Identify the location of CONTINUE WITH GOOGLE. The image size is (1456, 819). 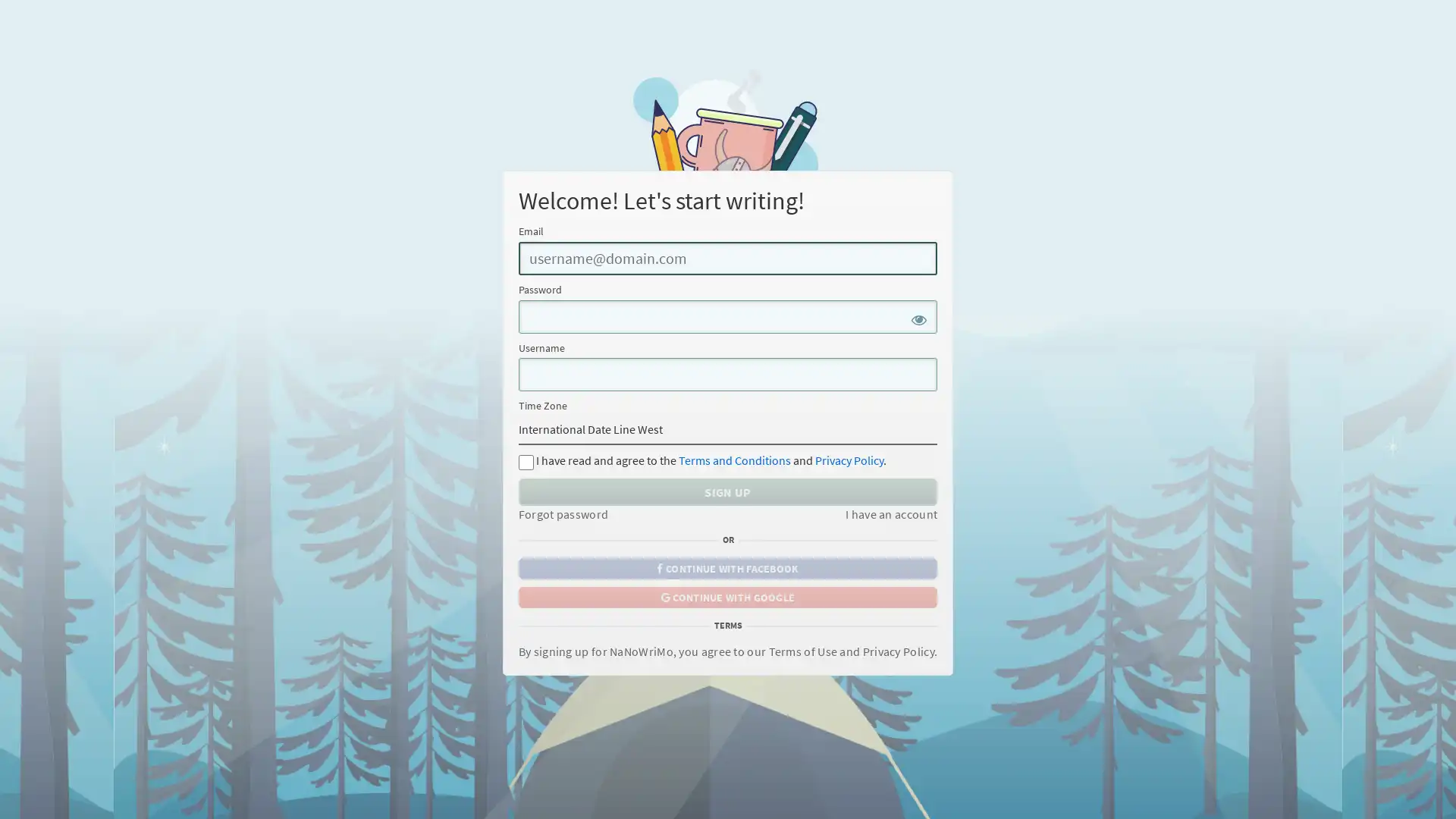
(726, 595).